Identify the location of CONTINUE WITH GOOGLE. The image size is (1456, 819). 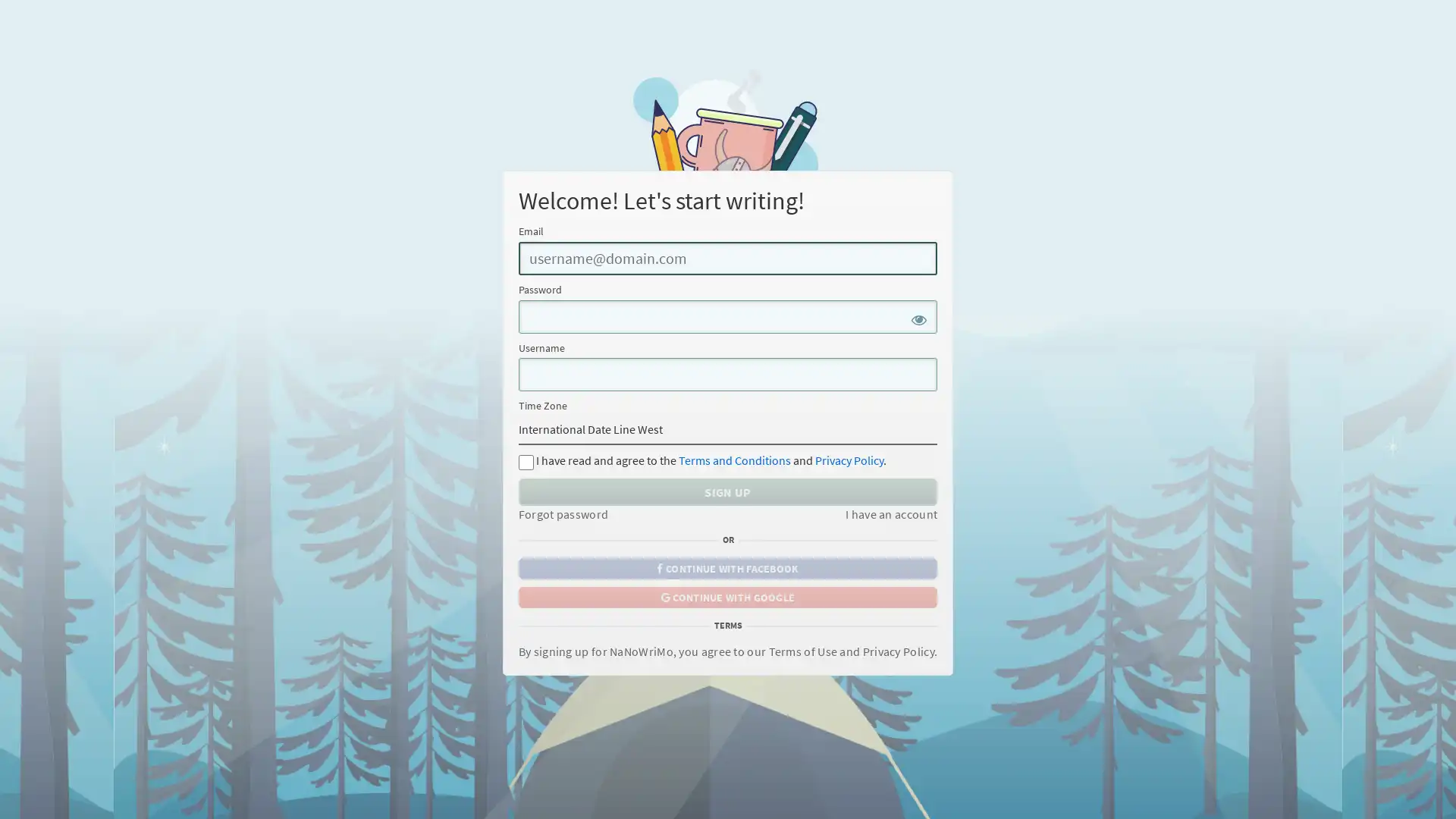
(726, 595).